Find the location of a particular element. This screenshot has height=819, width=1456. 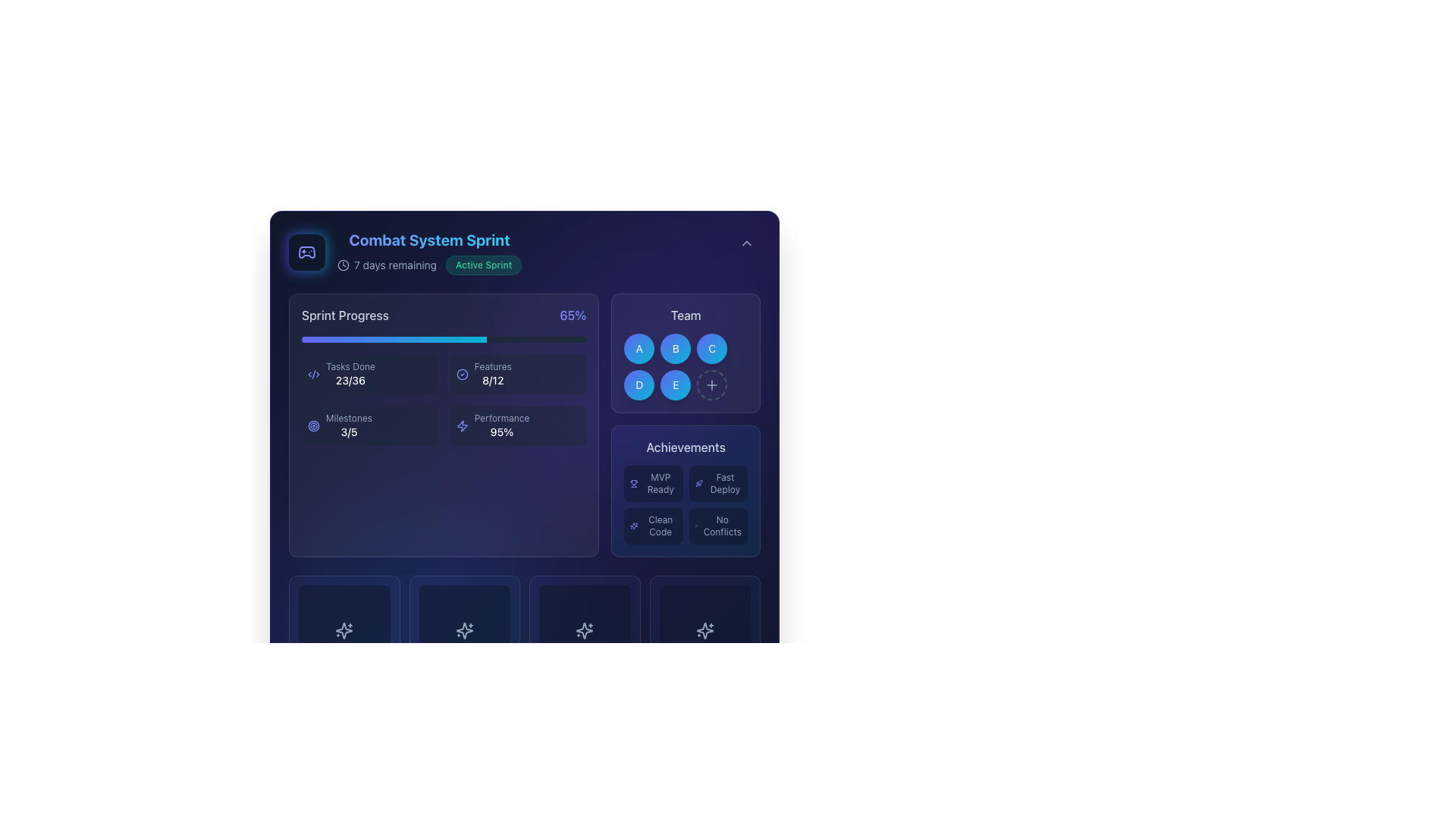

the static text label indicating '8 completed of 12 total features' located underneath the title 'Features' in the progress display card is located at coordinates (493, 379).